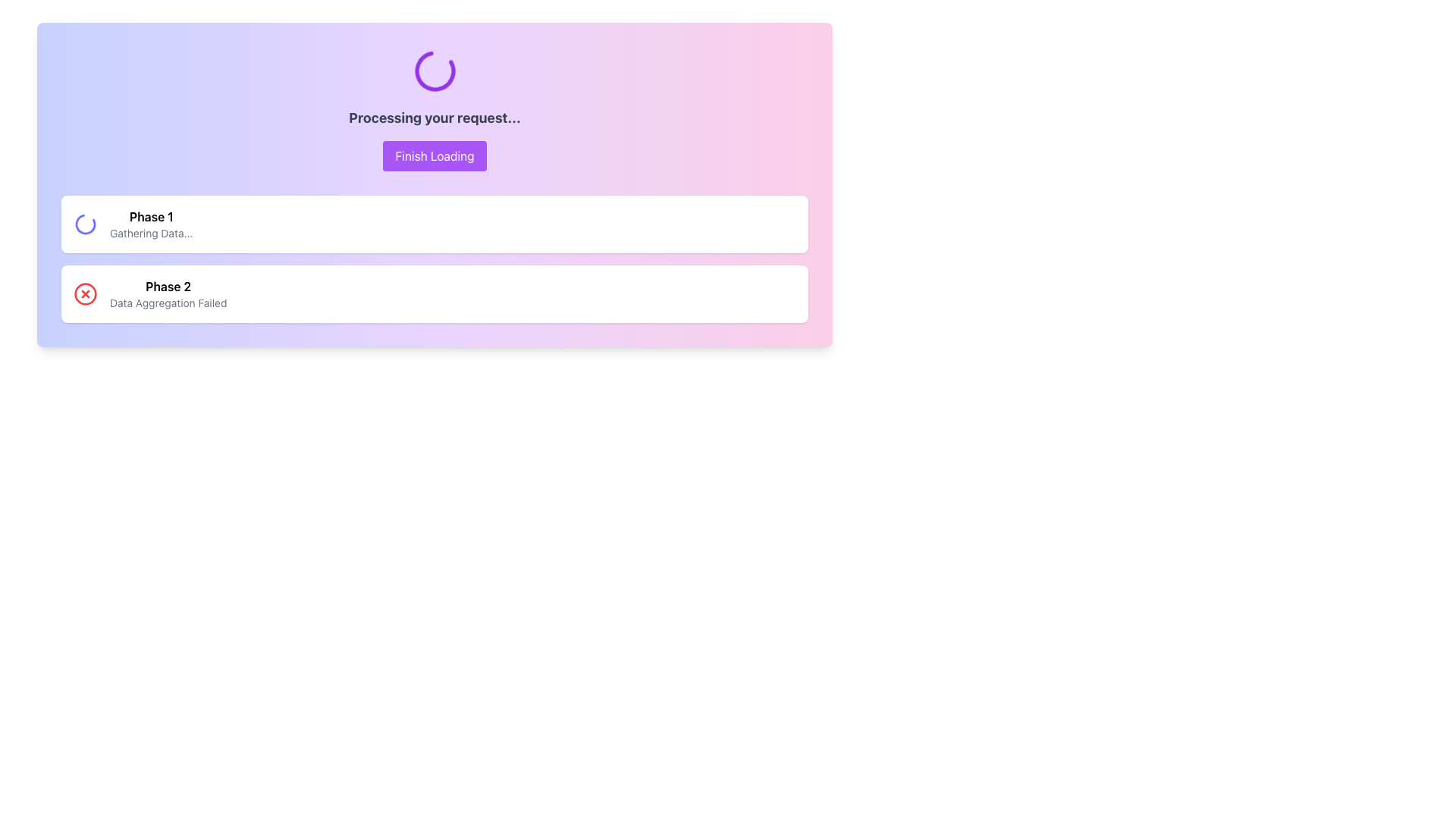 This screenshot has width=1456, height=819. I want to click on the static text label that displays the current status or phase of an operation, indicating progress or activity in 'Phase 1', located below the heading 'Phase 1' inside a white rectangular area on the left side of the interface, so click(151, 234).